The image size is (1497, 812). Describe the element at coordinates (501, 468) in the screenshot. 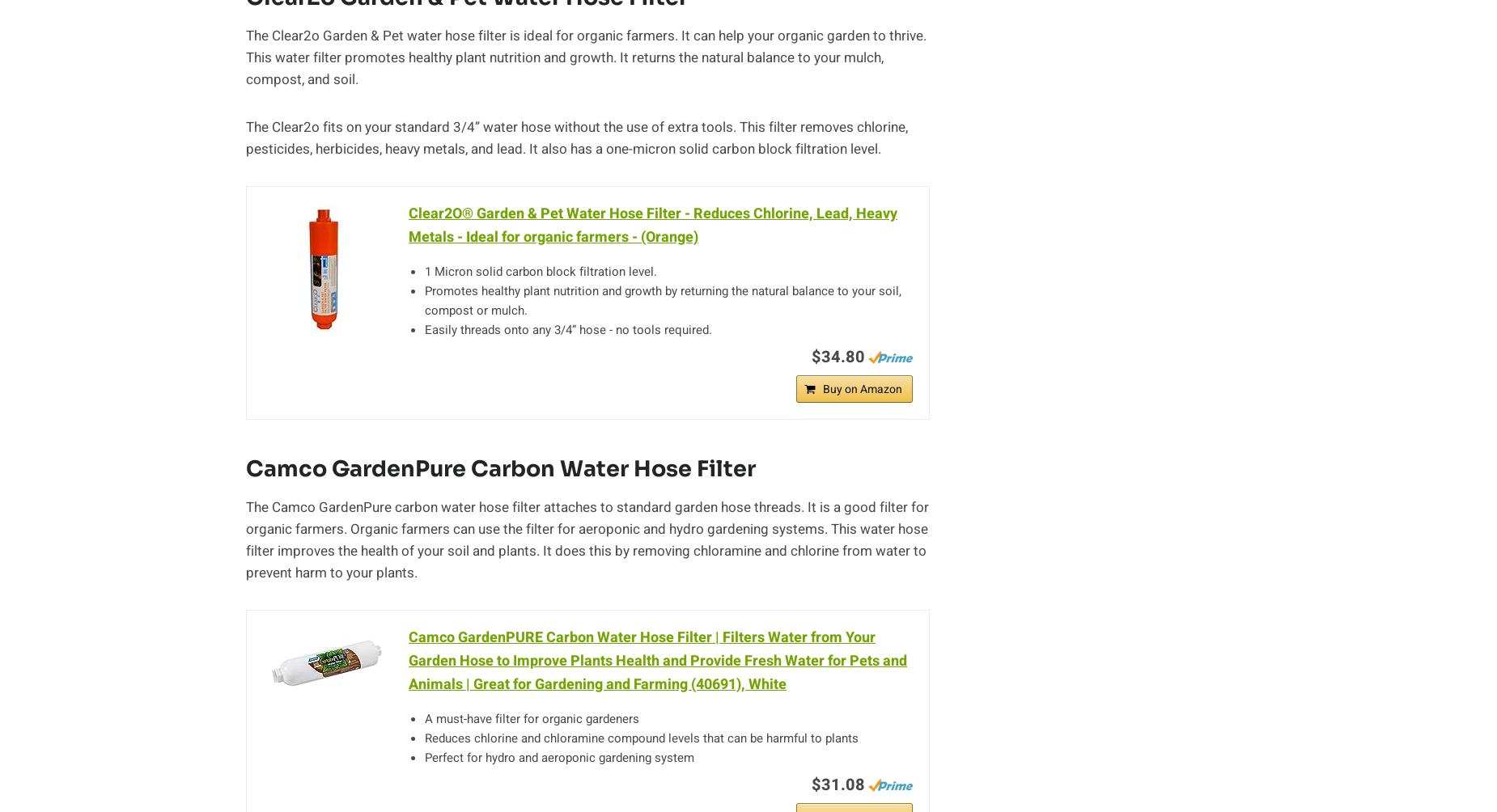

I see `'Camco GardenPure Carbon Water Hose Filter'` at that location.